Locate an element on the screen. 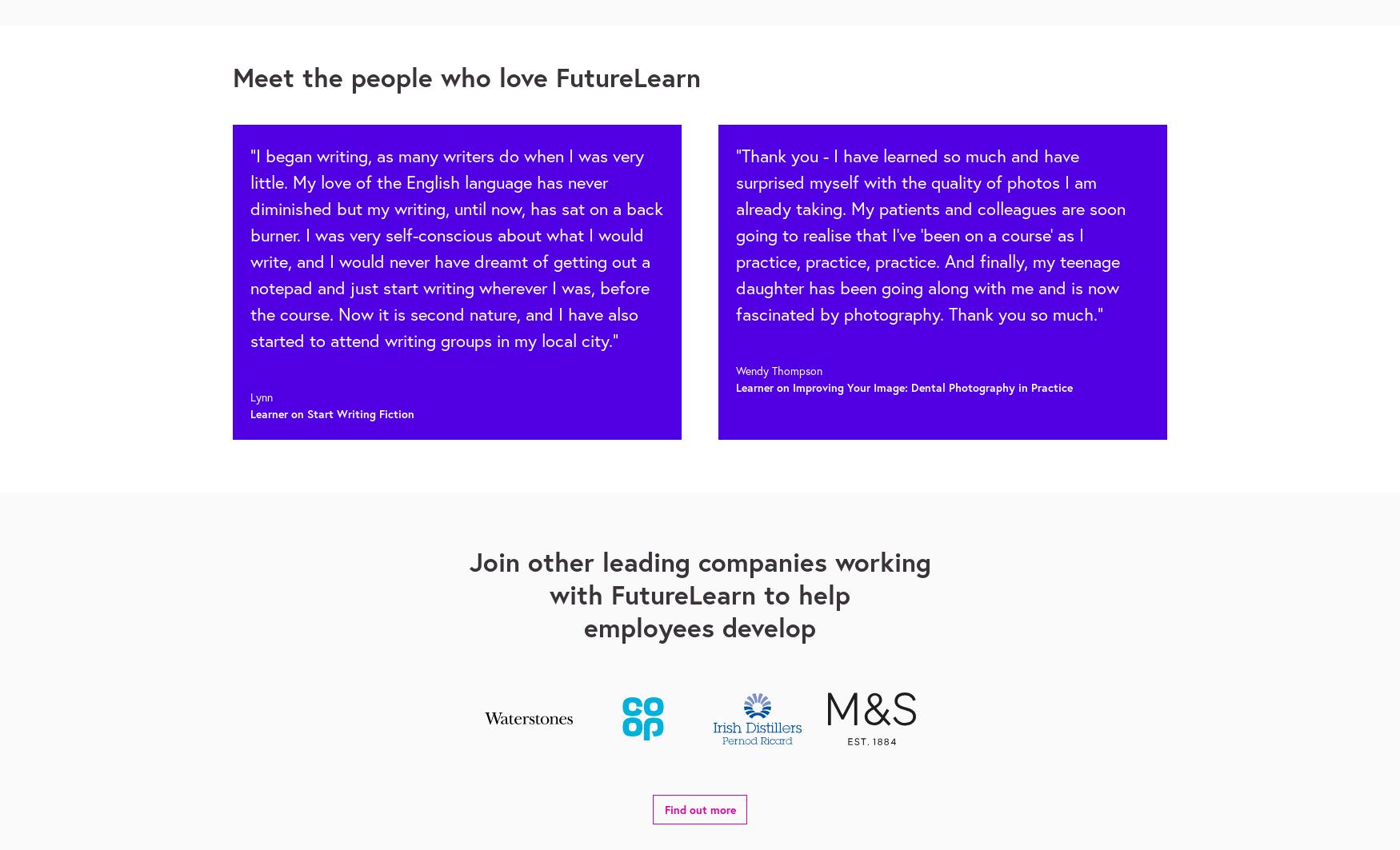 Image resolution: width=1400 pixels, height=850 pixels. 'Wendy Thompson' is located at coordinates (779, 369).